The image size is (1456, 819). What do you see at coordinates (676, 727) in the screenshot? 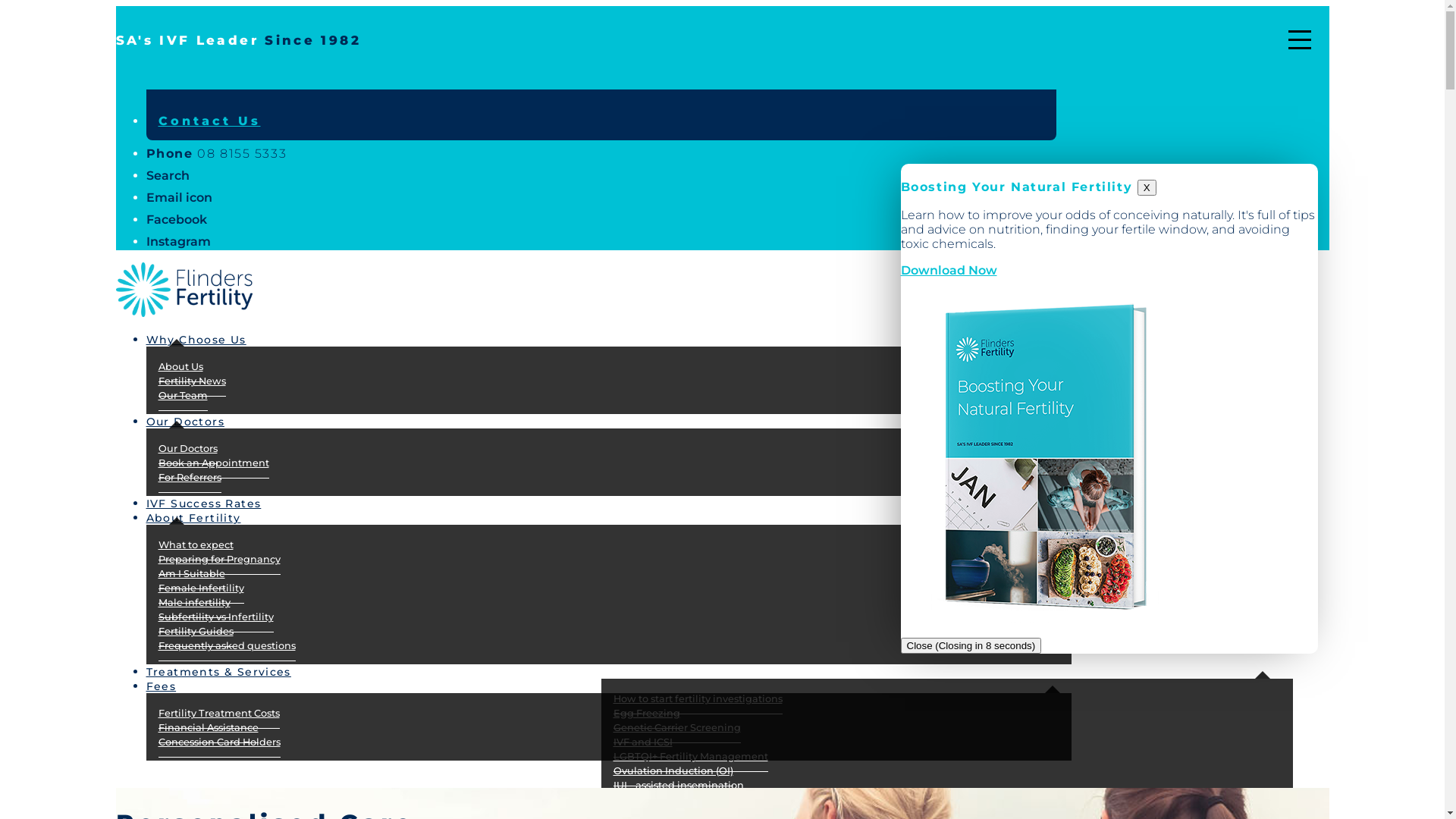
I see `'Genetic Carrier Screening'` at bounding box center [676, 727].